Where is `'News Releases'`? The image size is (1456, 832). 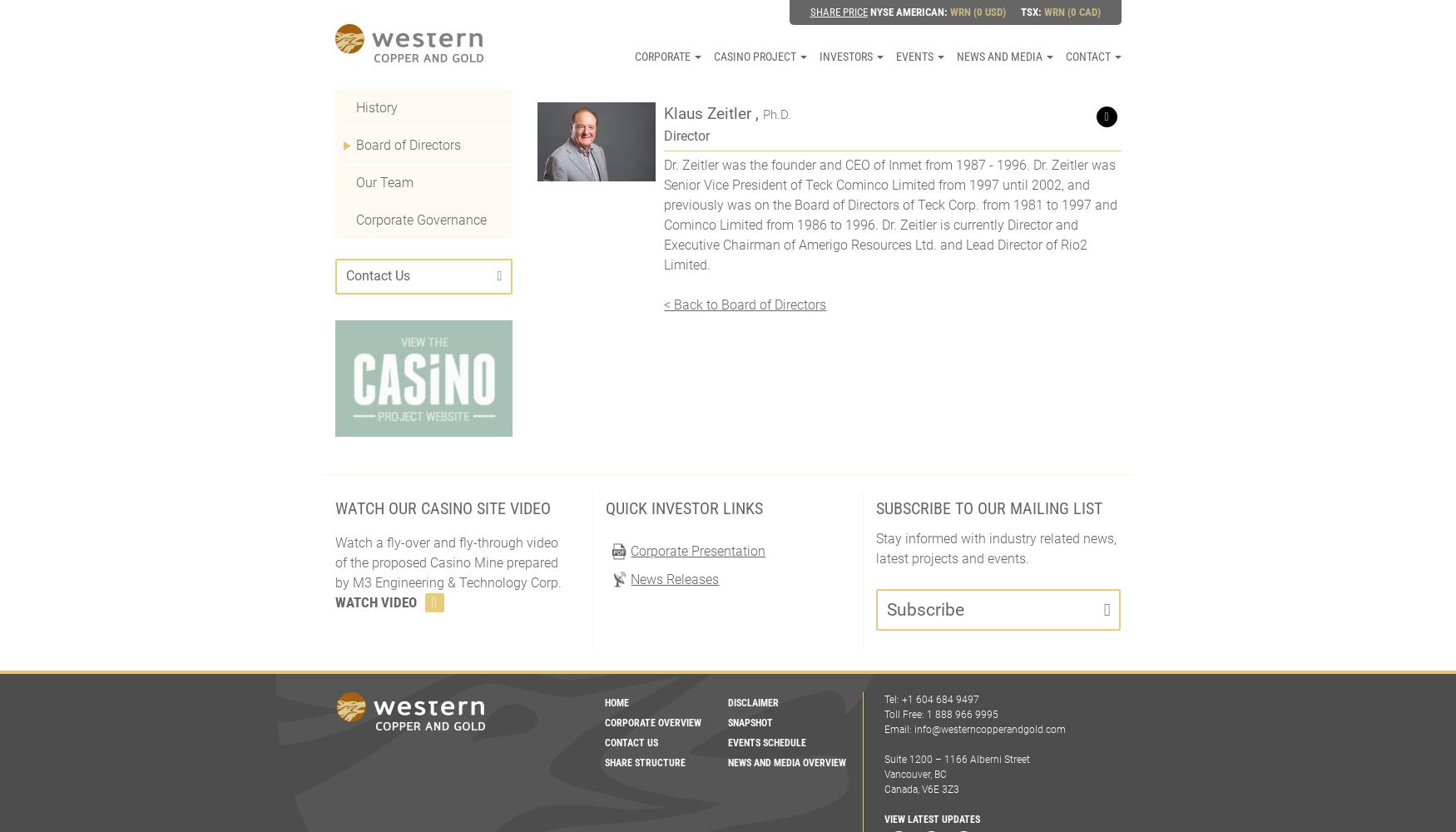 'News Releases' is located at coordinates (673, 578).